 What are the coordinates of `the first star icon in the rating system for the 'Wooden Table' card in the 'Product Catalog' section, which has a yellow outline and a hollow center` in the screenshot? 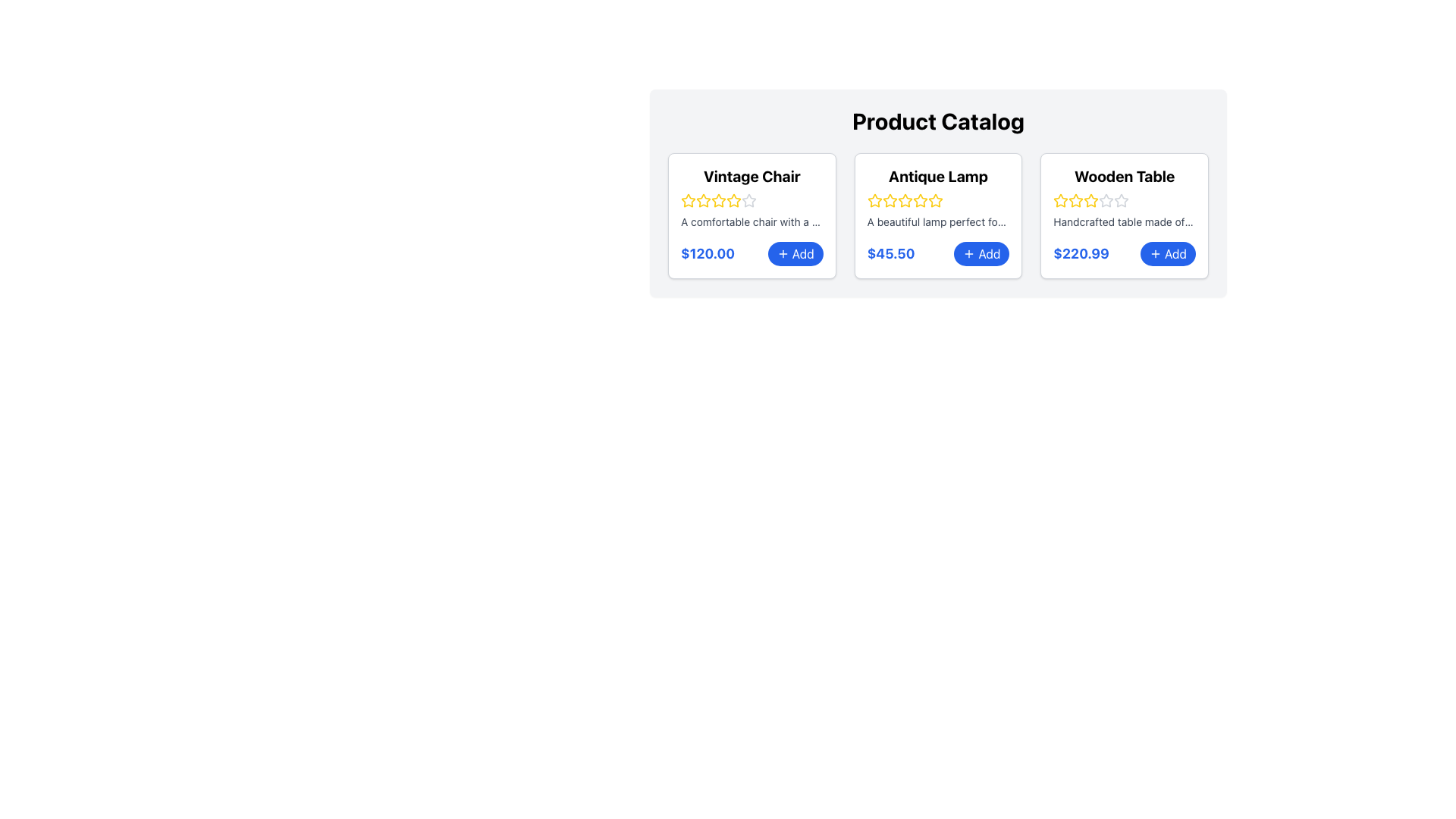 It's located at (1060, 199).